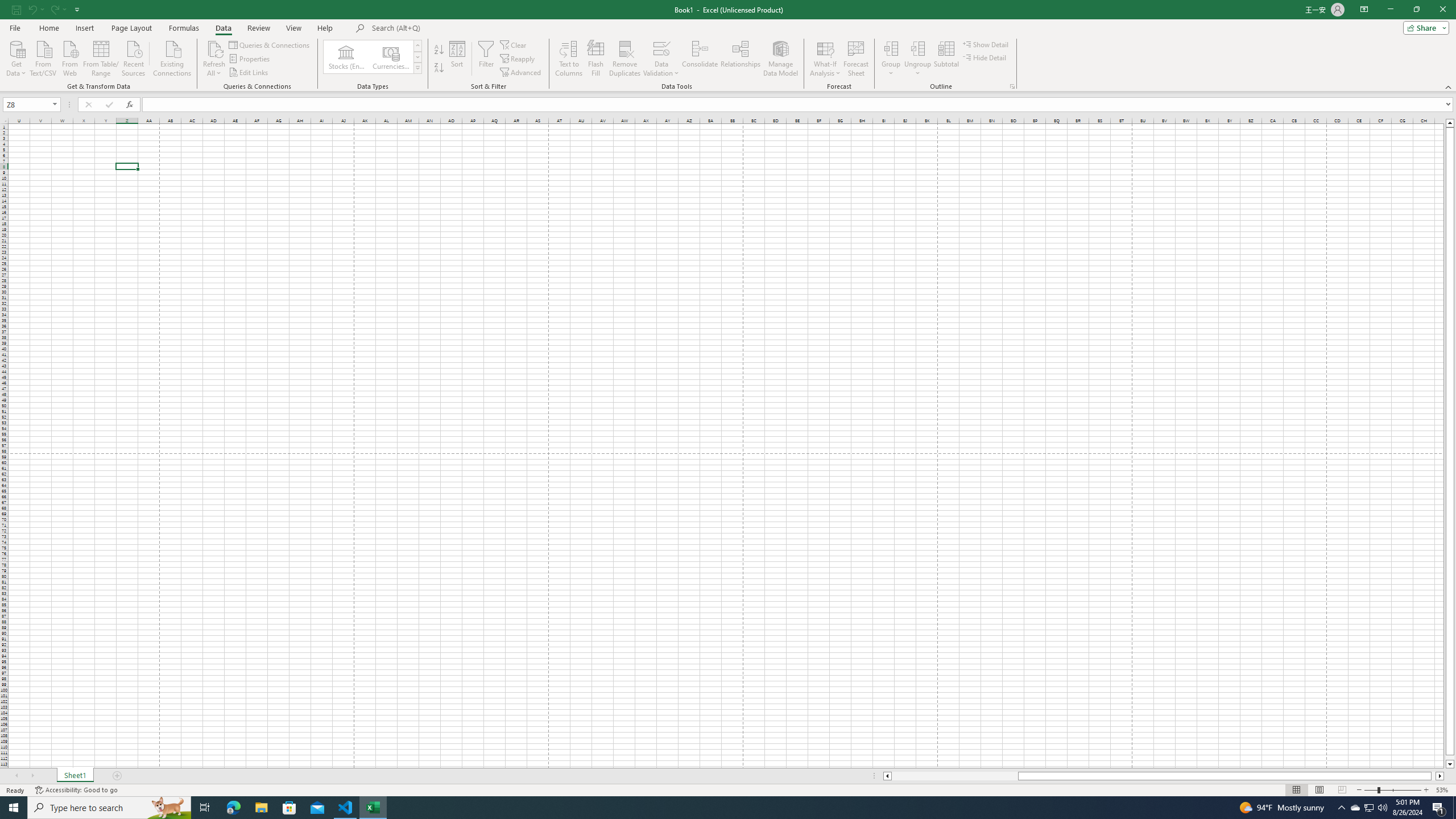 Image resolution: width=1456 pixels, height=819 pixels. Describe the element at coordinates (69, 57) in the screenshot. I see `'From Web'` at that location.